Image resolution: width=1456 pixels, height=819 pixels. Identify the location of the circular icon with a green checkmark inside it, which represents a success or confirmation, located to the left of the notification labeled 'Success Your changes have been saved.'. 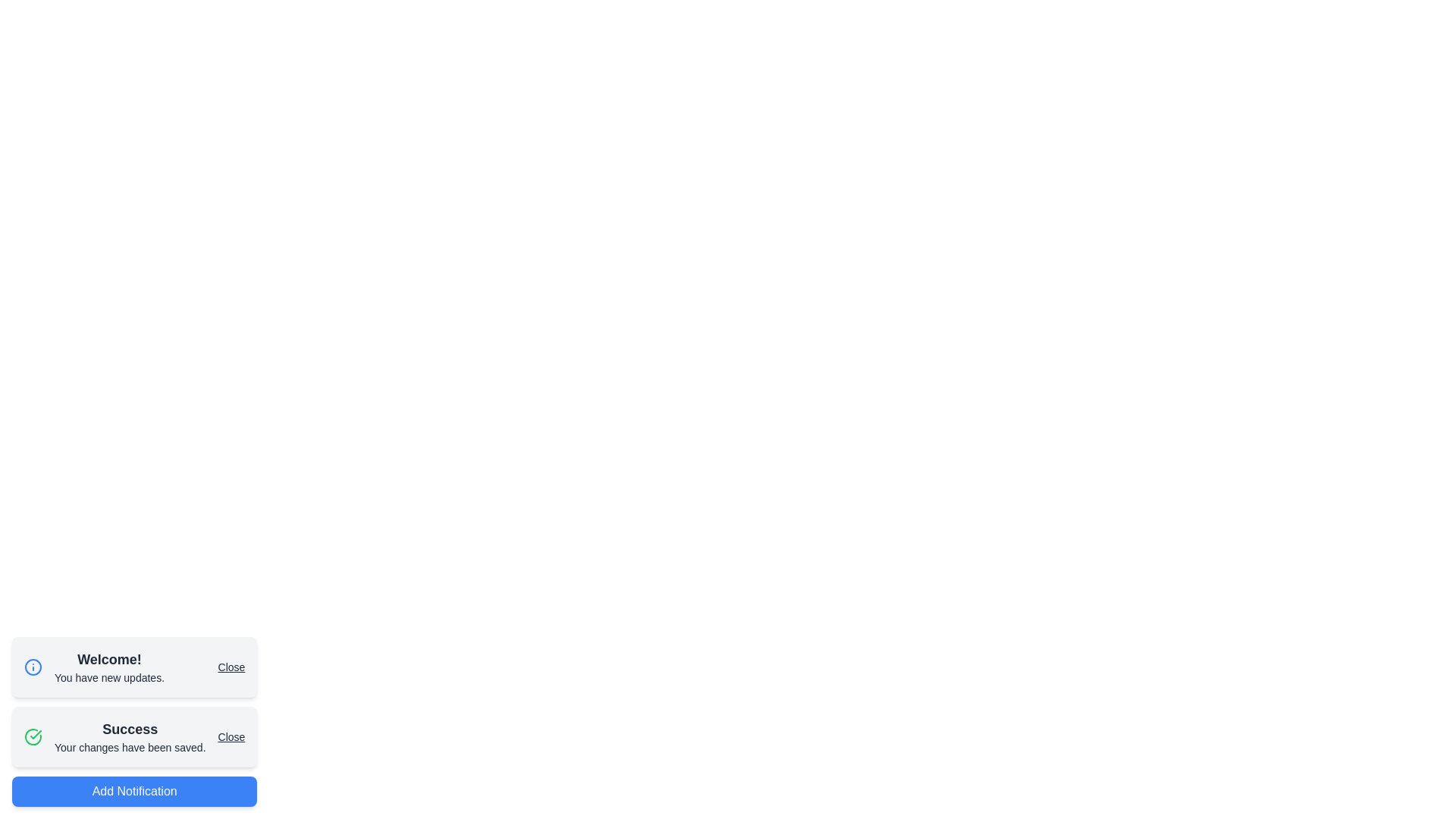
(33, 736).